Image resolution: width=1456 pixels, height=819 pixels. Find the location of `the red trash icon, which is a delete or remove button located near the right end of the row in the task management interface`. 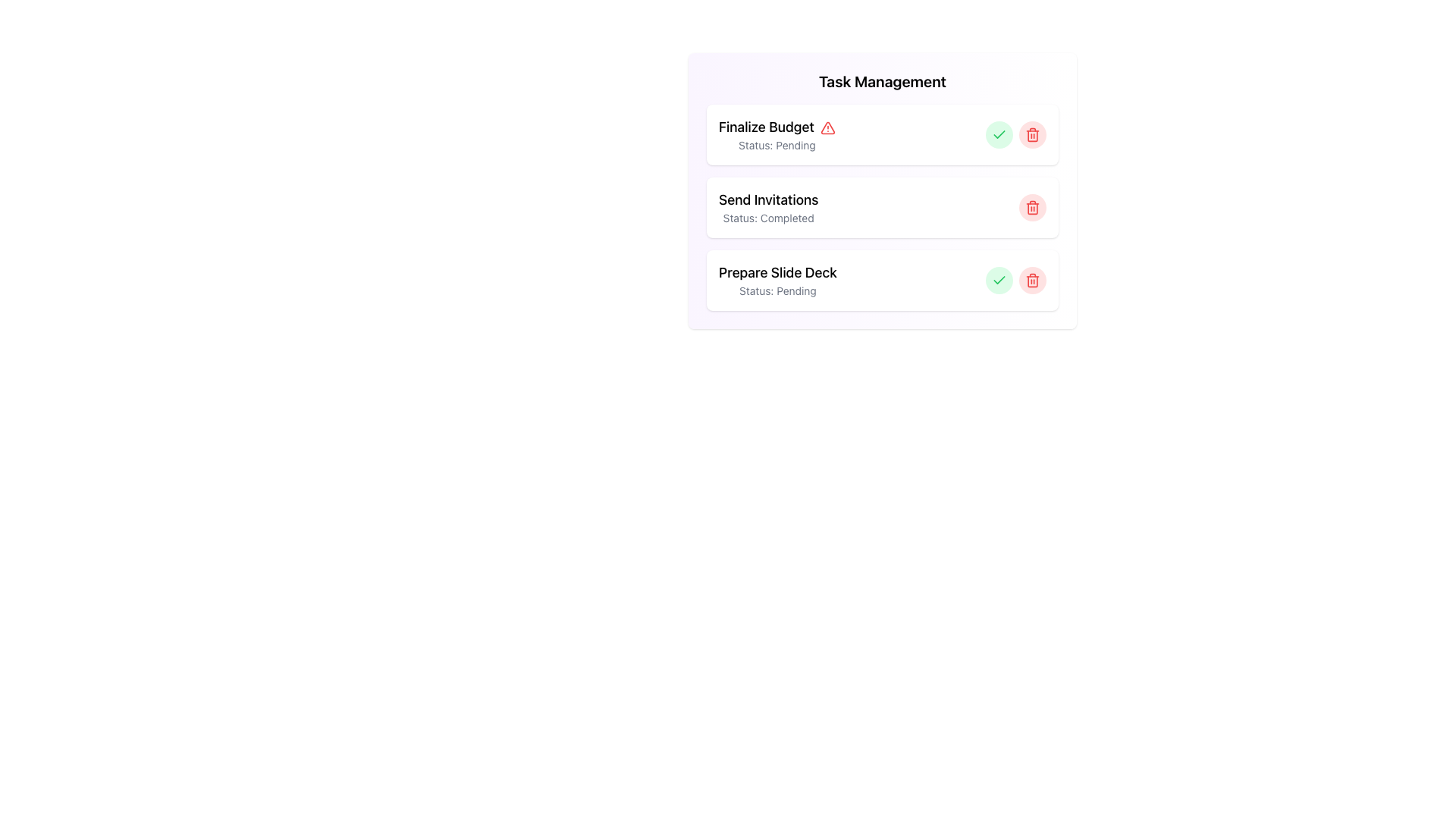

the red trash icon, which is a delete or remove button located near the right end of the row in the task management interface is located at coordinates (1032, 281).